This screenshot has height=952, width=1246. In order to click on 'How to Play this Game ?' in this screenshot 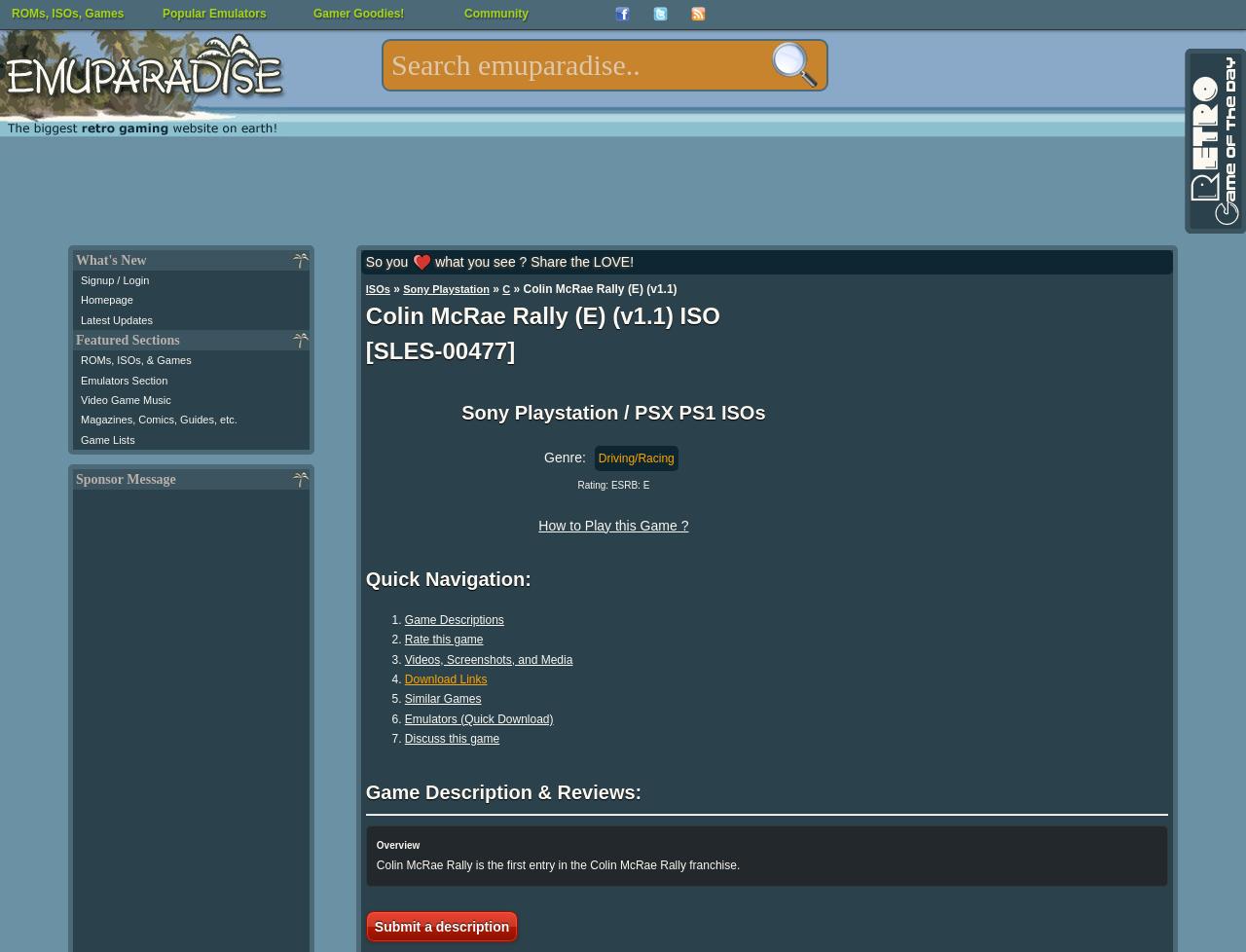, I will do `click(612, 524)`.